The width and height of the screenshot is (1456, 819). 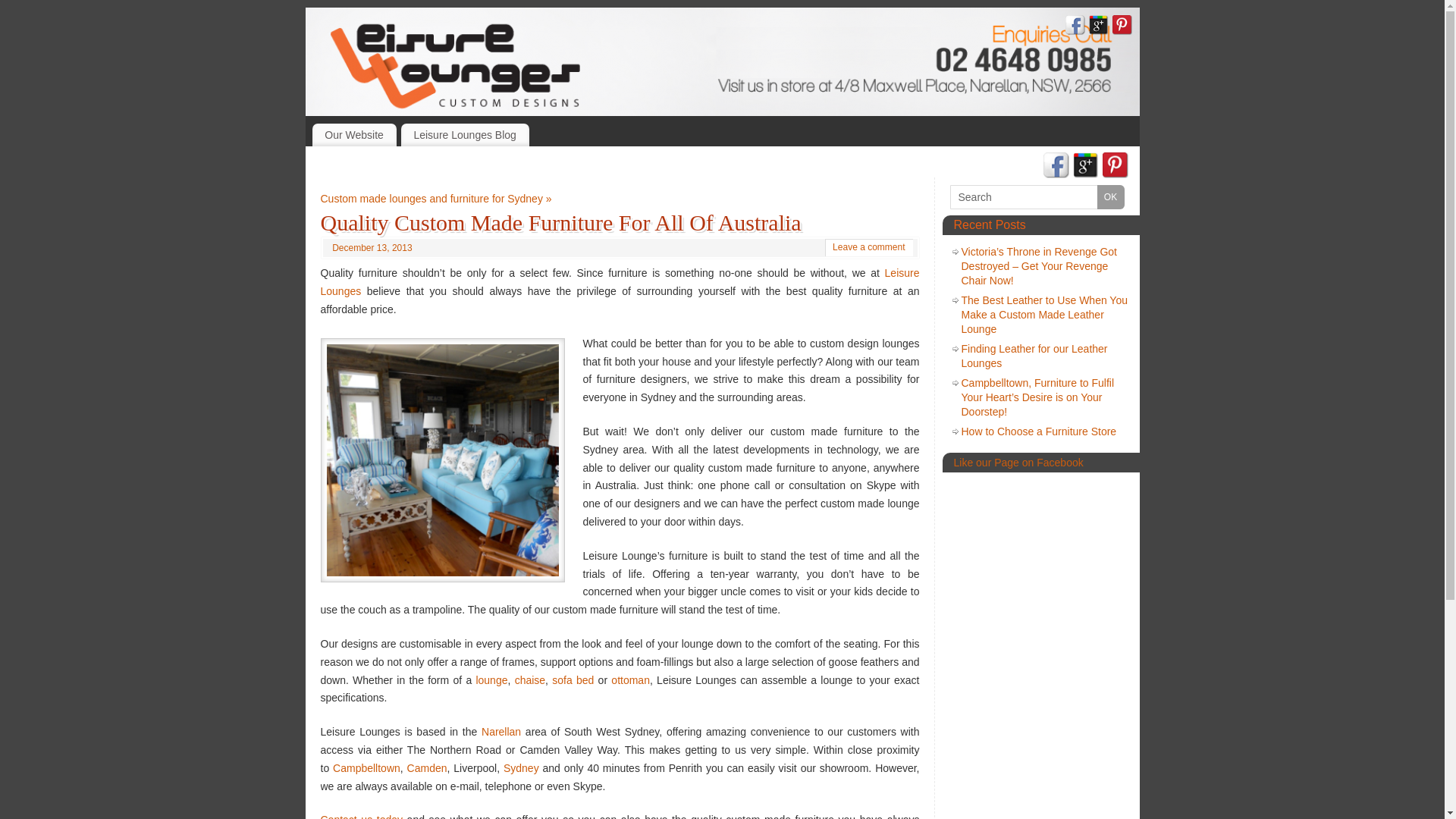 I want to click on 'chaise', so click(x=530, y=679).